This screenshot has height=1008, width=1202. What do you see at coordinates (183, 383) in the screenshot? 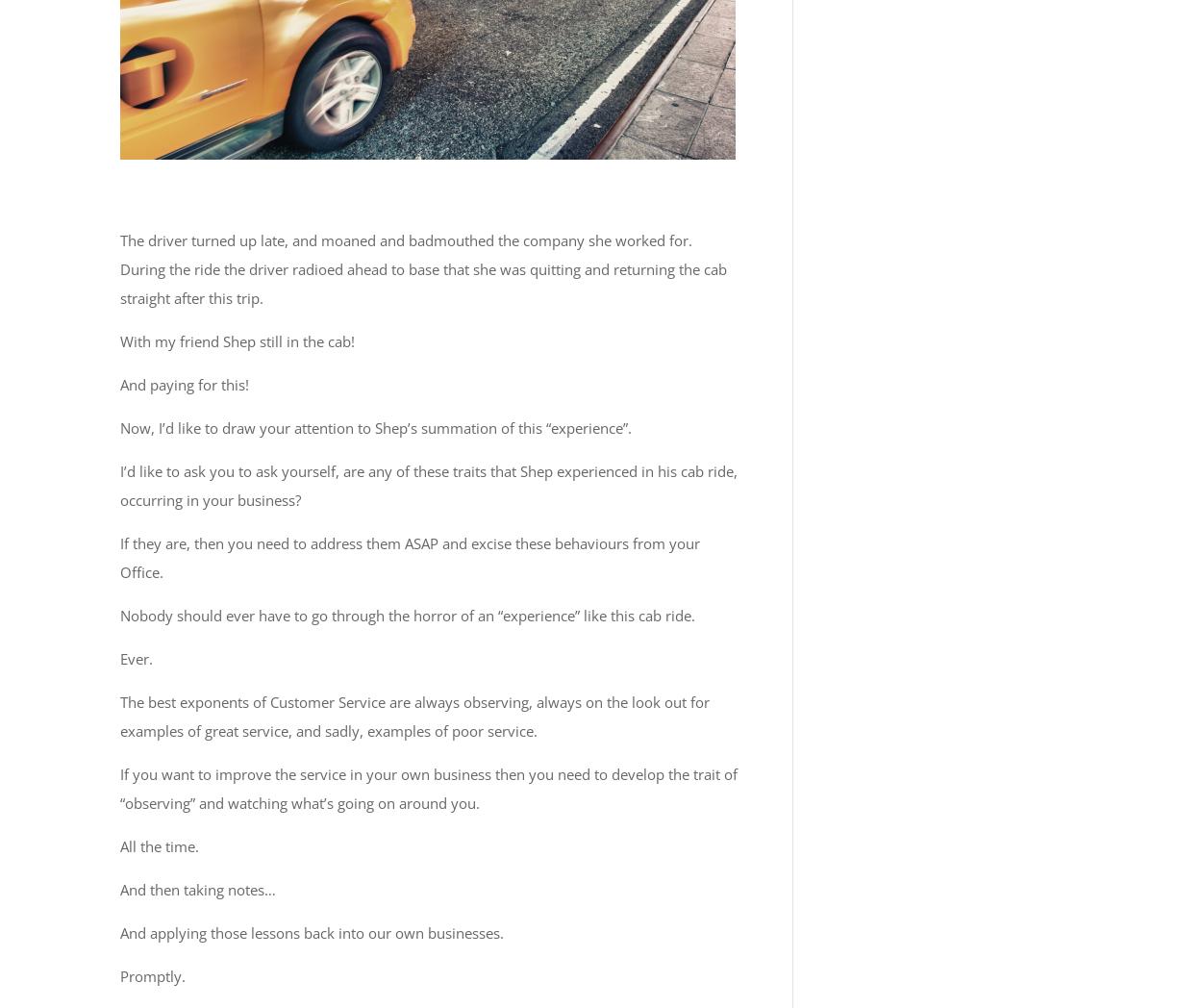
I see `'And paying for this!'` at bounding box center [183, 383].